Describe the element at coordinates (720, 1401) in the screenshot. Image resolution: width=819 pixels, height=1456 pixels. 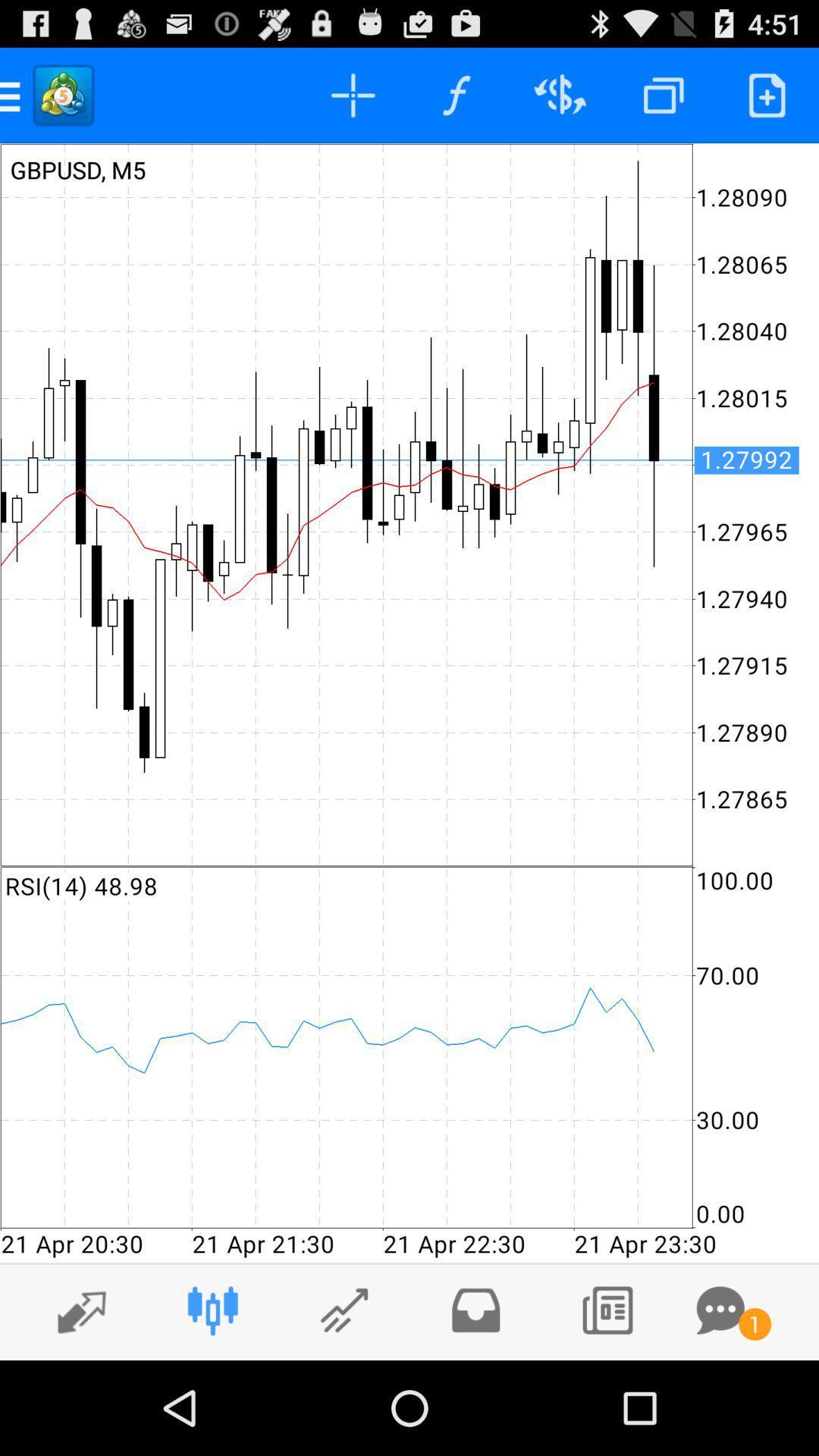
I see `the chat icon` at that location.